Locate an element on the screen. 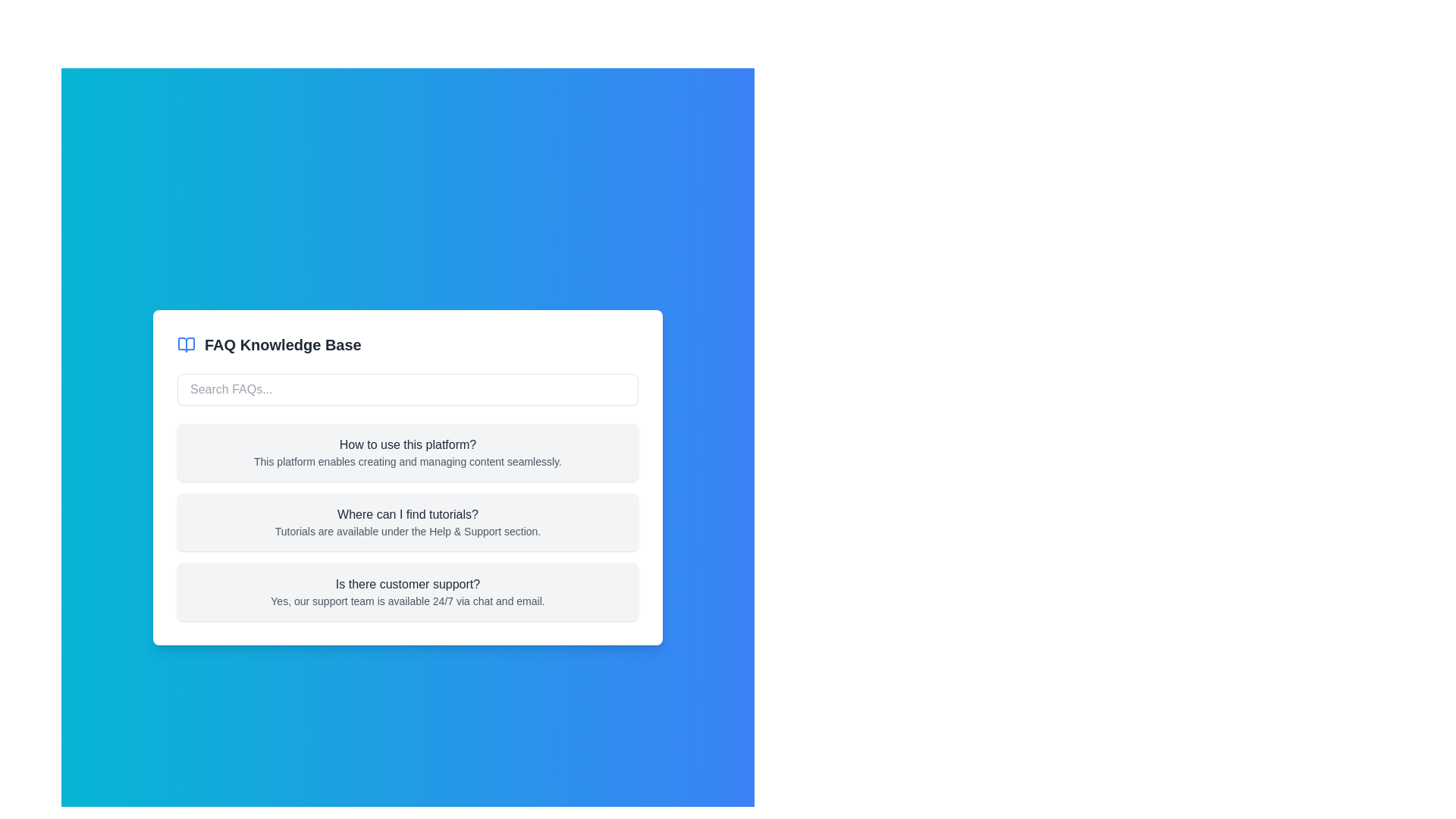 This screenshot has width=1456, height=819. the informational block titled 'Where can I find tutorials?' is located at coordinates (407, 522).